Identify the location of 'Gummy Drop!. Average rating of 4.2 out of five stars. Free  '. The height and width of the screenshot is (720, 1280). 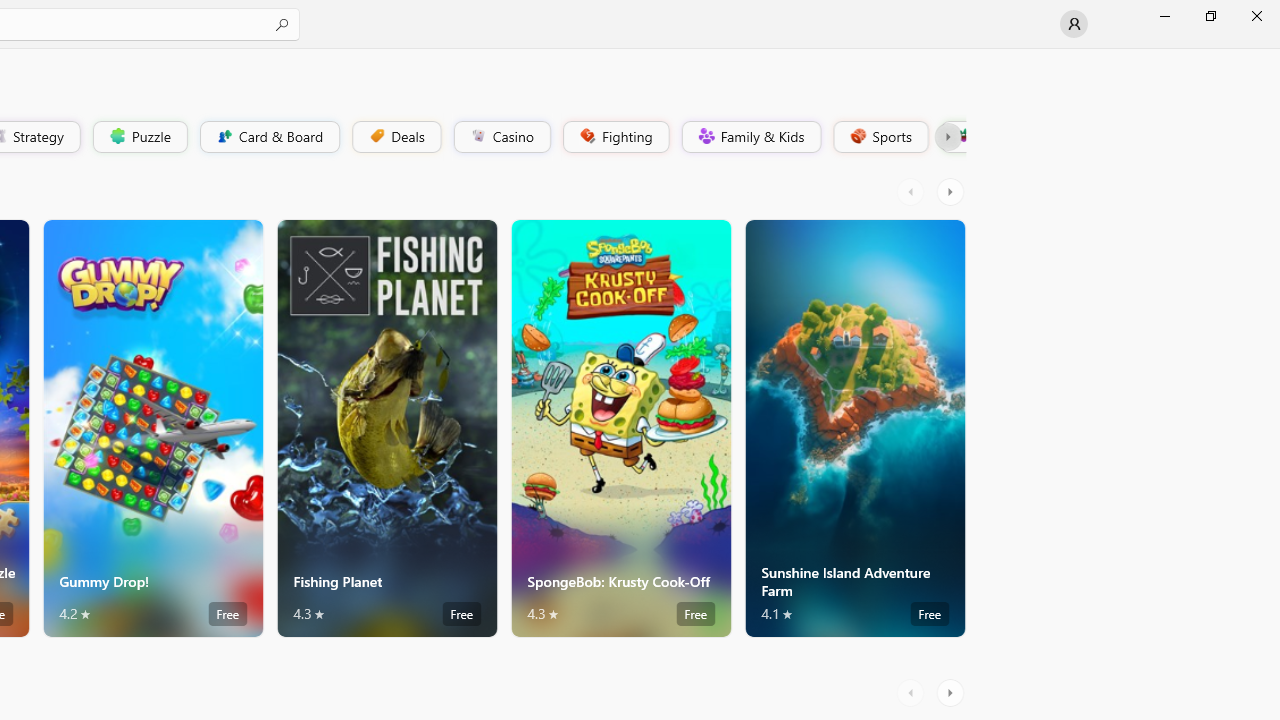
(151, 427).